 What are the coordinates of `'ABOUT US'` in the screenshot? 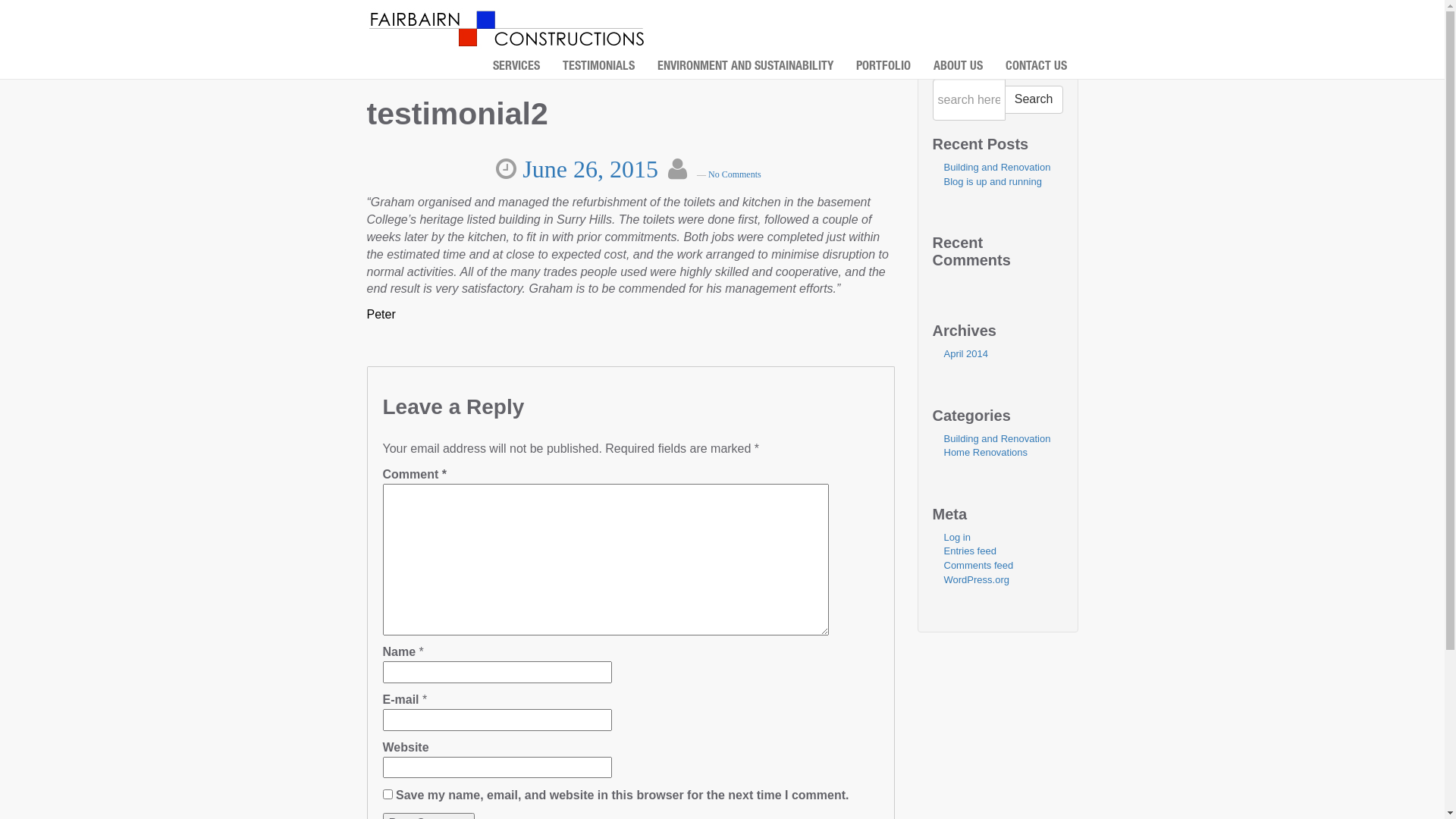 It's located at (957, 66).